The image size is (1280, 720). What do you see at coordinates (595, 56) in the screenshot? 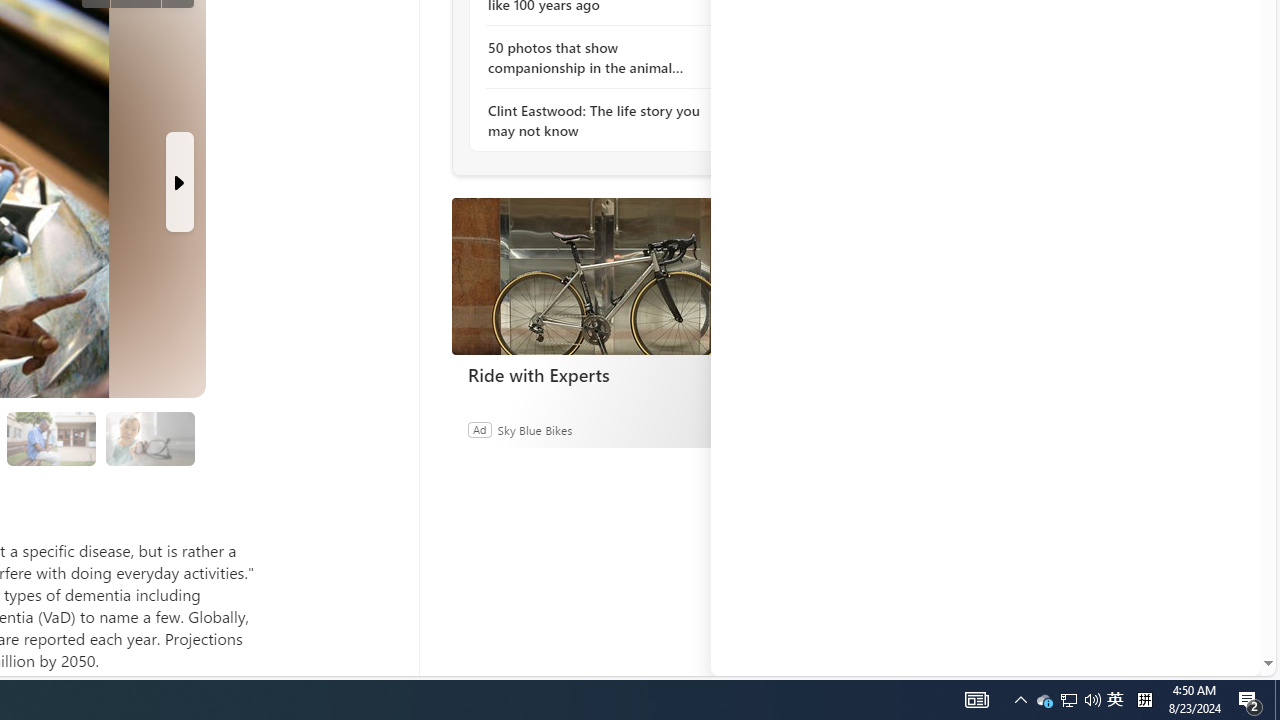
I see `'50 photos that show companionship in the animal kingdom'` at bounding box center [595, 56].